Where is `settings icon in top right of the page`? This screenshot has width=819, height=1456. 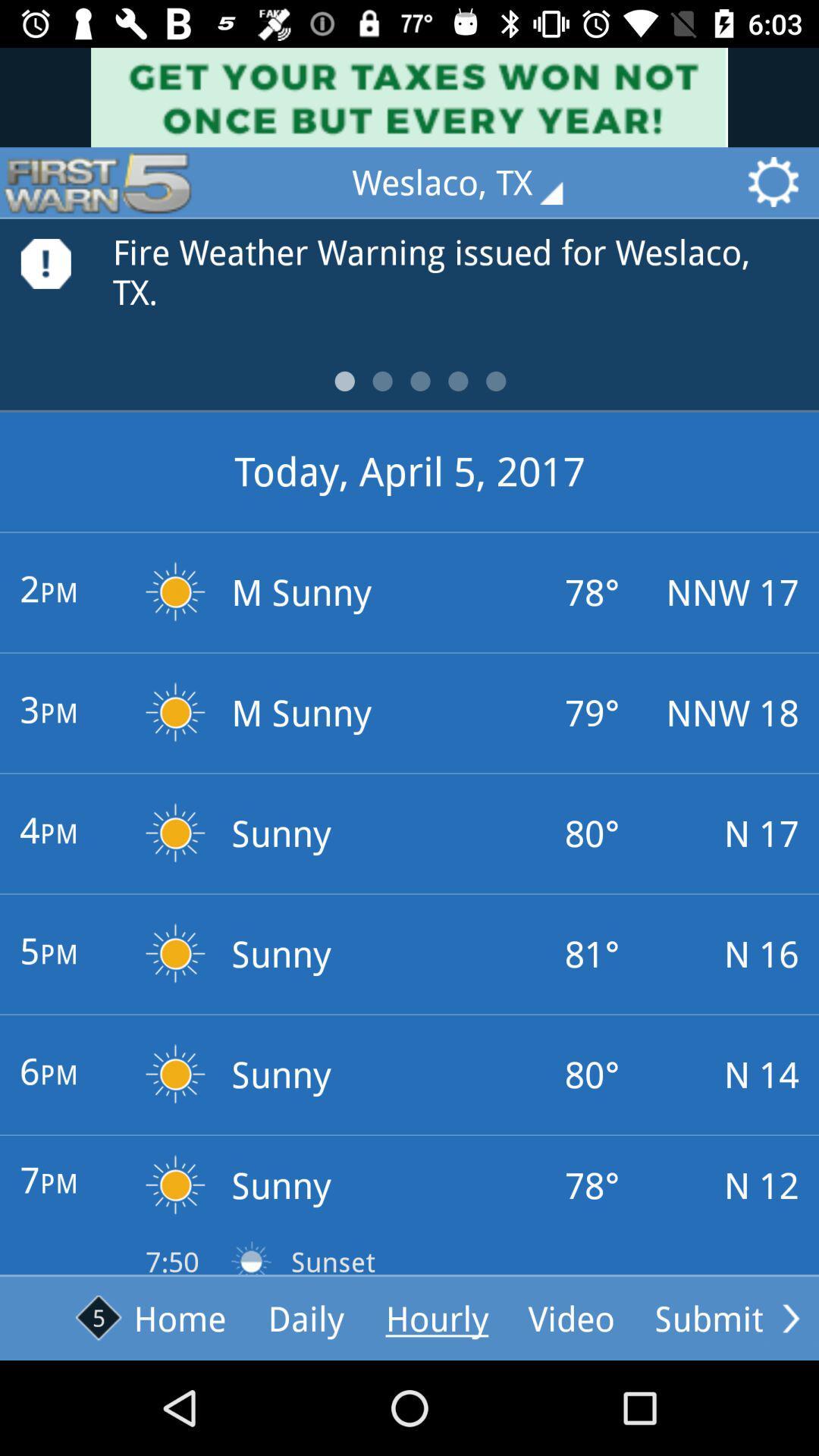
settings icon in top right of the page is located at coordinates (778, 182).